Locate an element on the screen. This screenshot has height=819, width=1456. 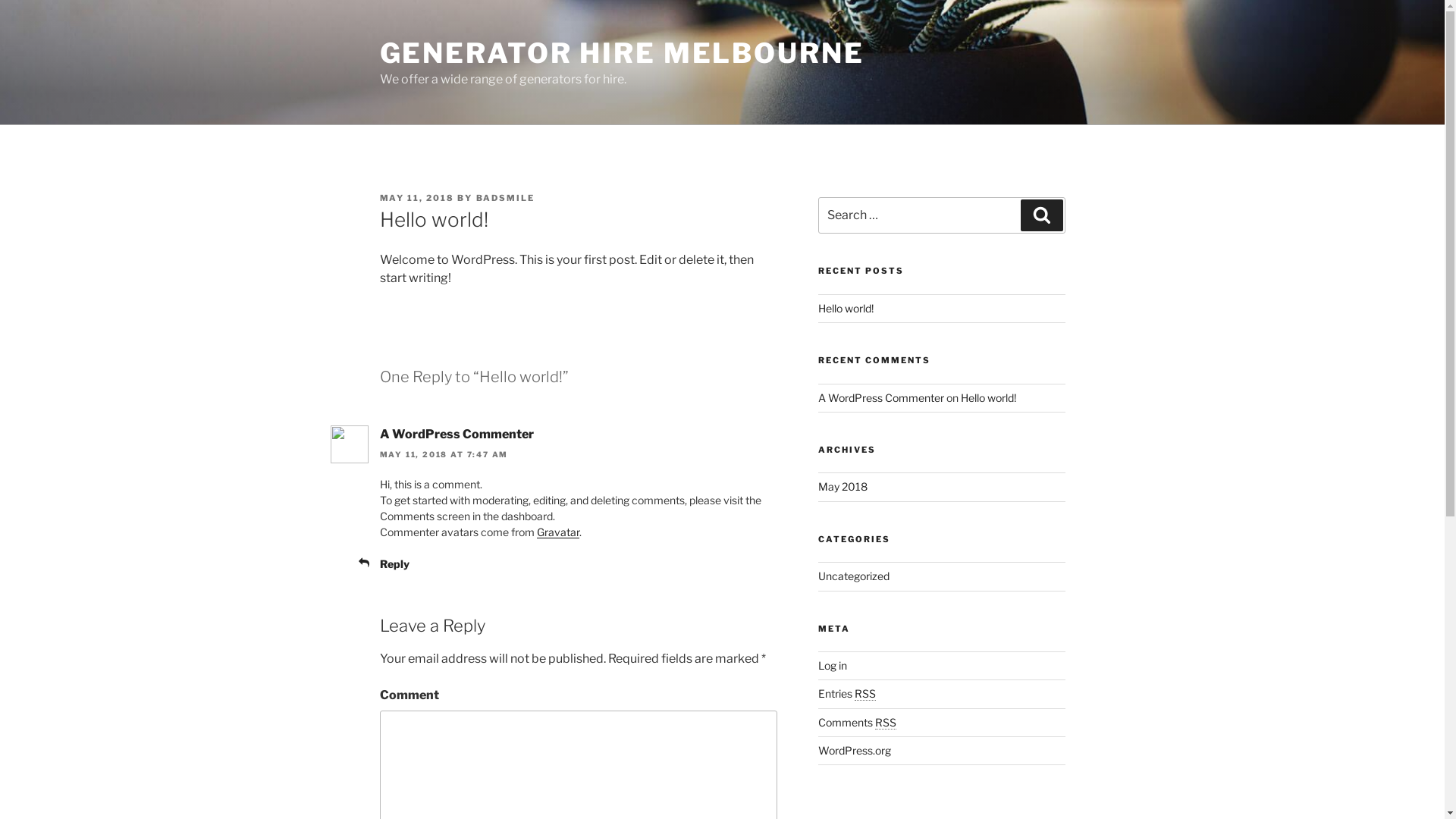
'Comments RSS' is located at coordinates (817, 721).